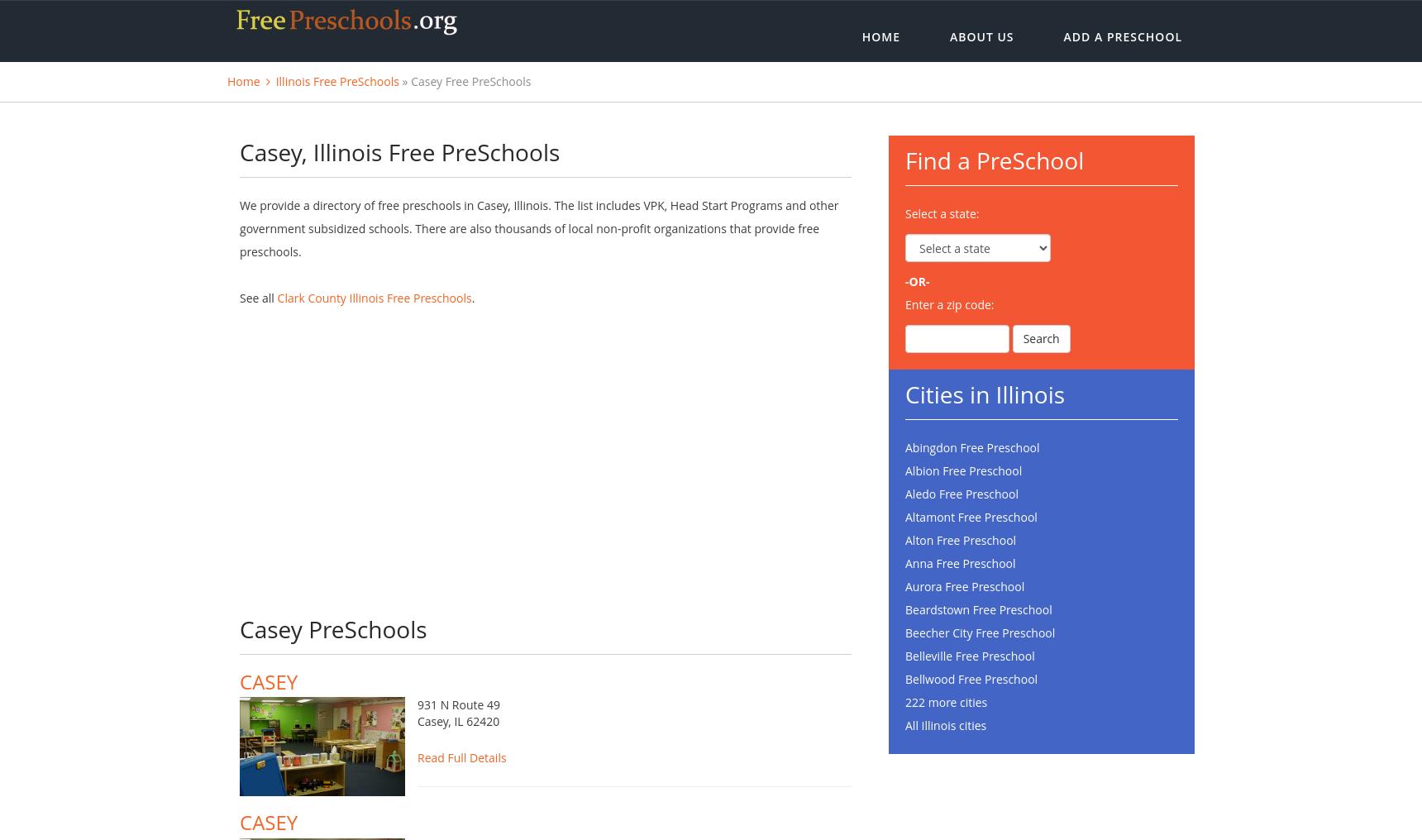 The image size is (1422, 840). What do you see at coordinates (979, 650) in the screenshot?
I see `'Beecher City Free Preschool'` at bounding box center [979, 650].